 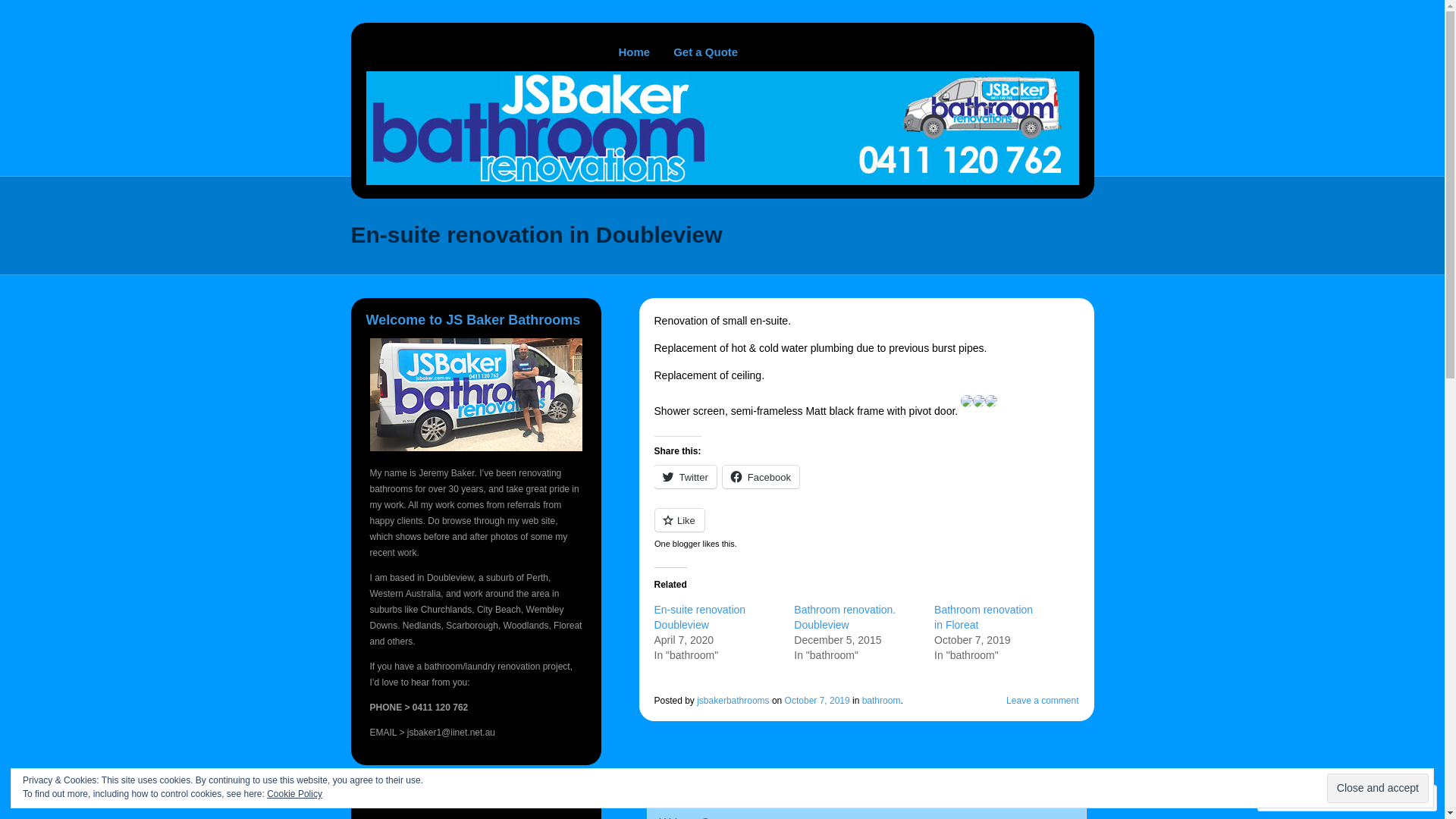 What do you see at coordinates (294, 792) in the screenshot?
I see `'Cookie Policy'` at bounding box center [294, 792].